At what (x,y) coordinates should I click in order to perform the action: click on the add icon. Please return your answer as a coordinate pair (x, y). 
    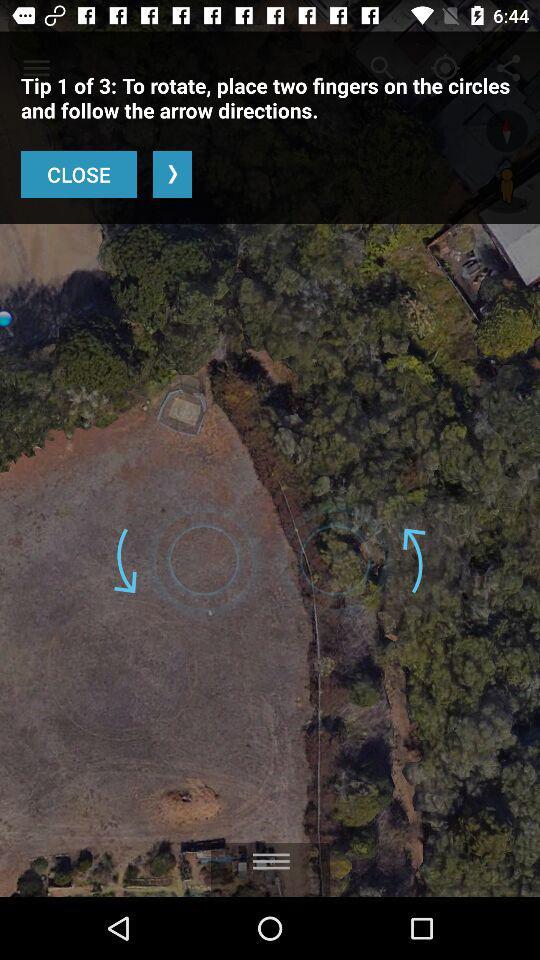
    Looking at the image, I should click on (507, 130).